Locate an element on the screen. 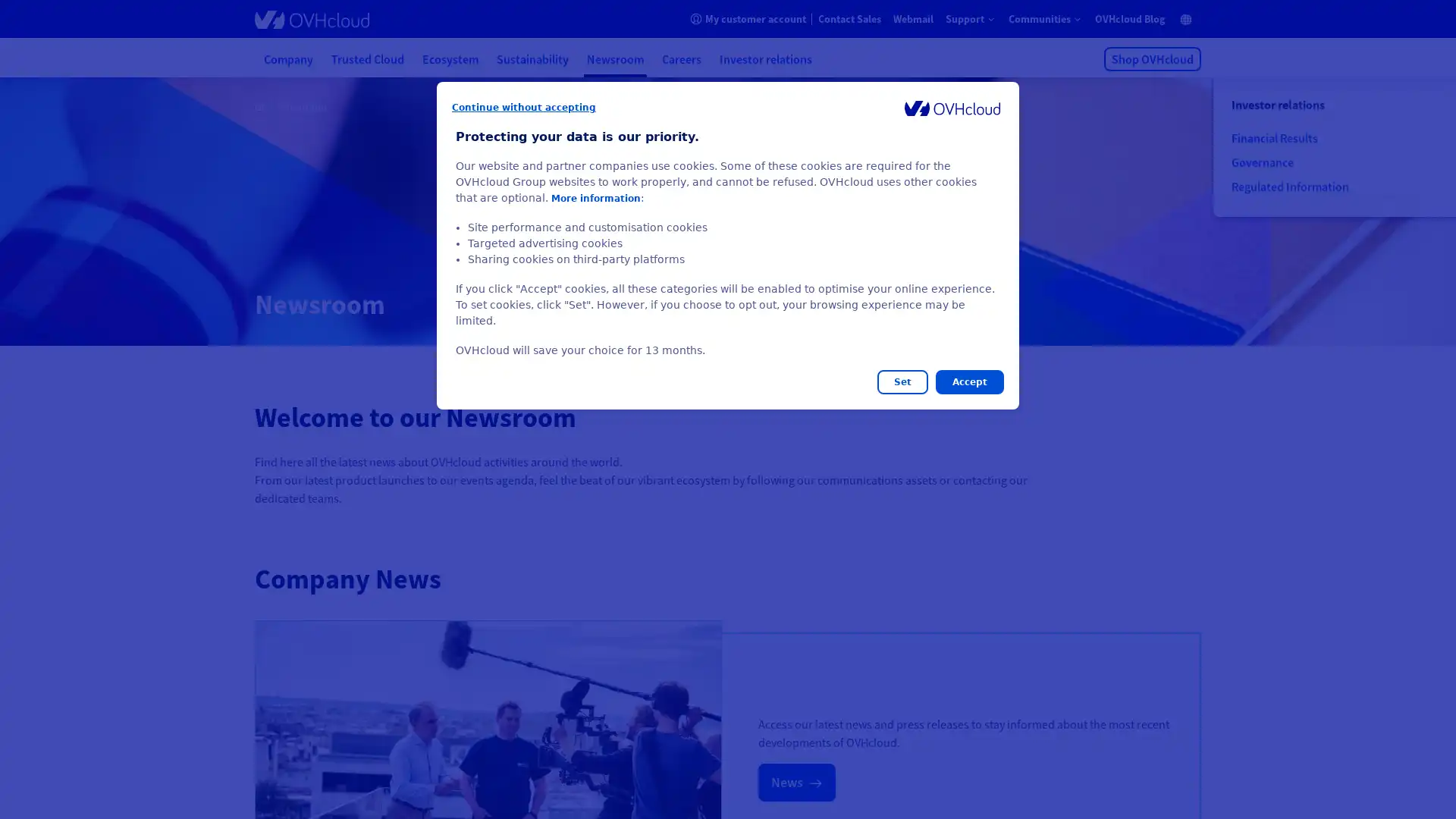 This screenshot has width=1456, height=819. Accept is located at coordinates (968, 381).